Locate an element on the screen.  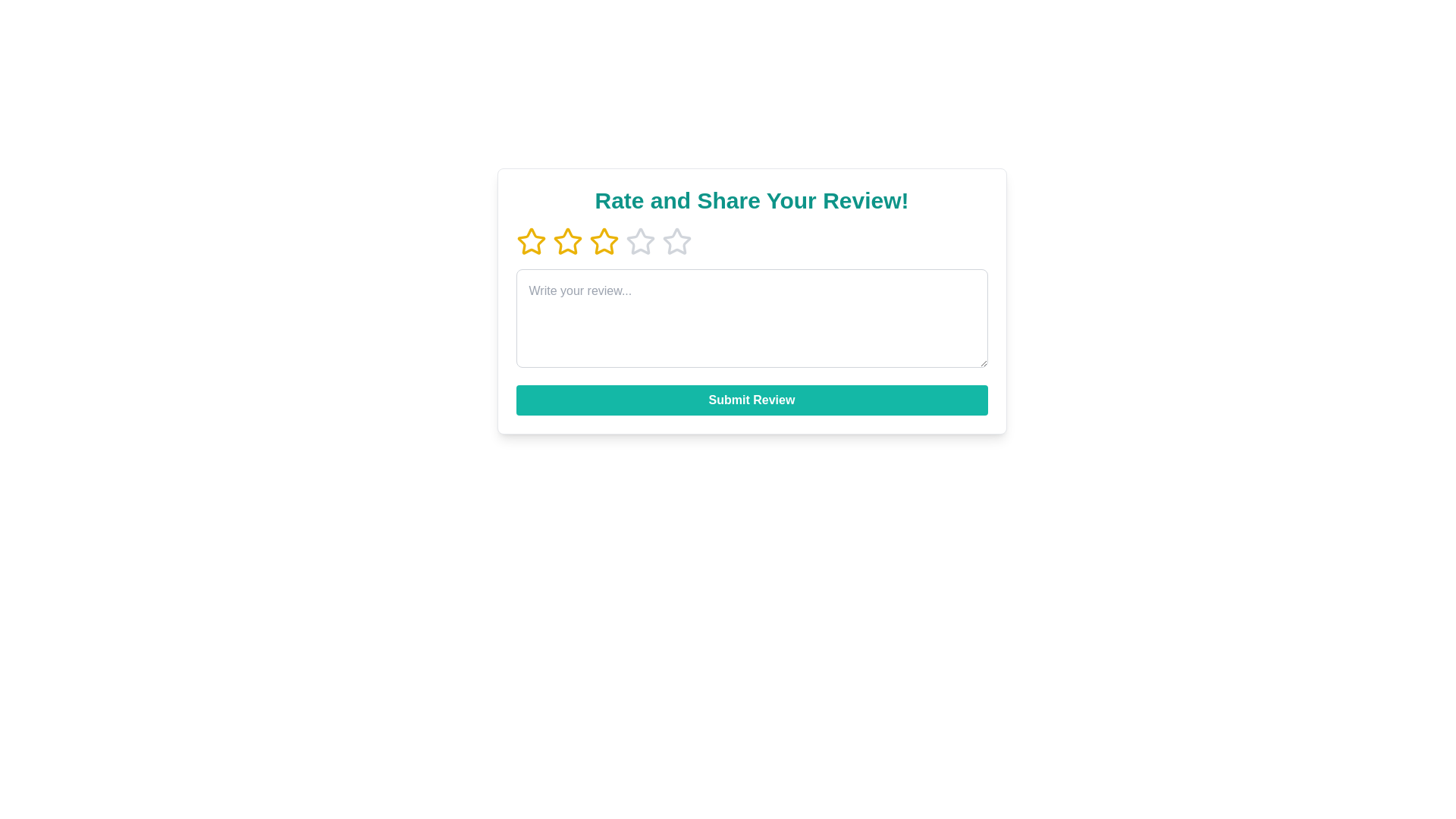
the movie rating to 2 stars by clicking the corresponding star is located at coordinates (566, 241).